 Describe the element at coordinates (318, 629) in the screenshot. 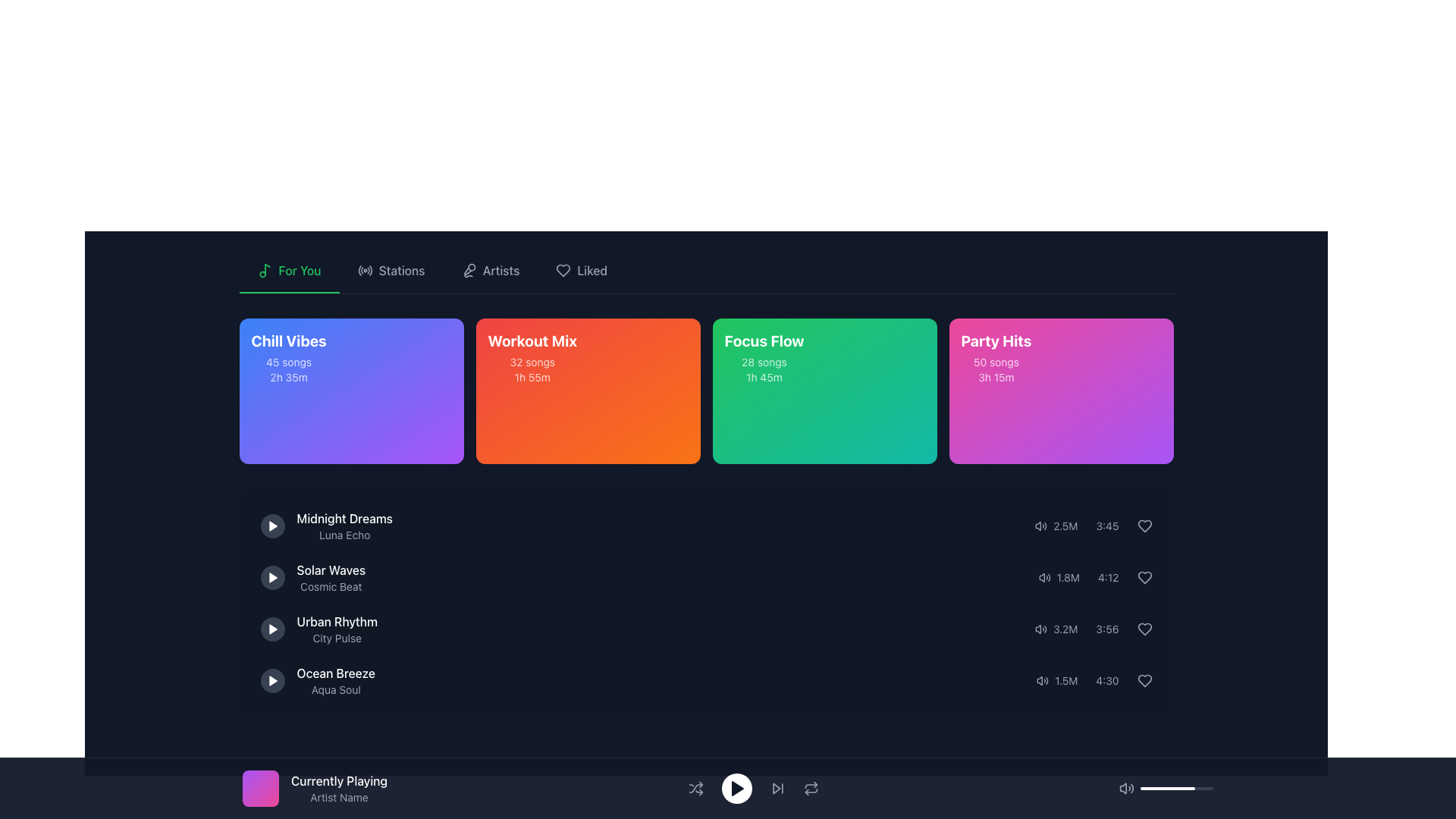

I see `the Text label displaying 'Urban Rhythm' by 'City Pulse', which is the third item in the vertical list of audio track entries` at that location.